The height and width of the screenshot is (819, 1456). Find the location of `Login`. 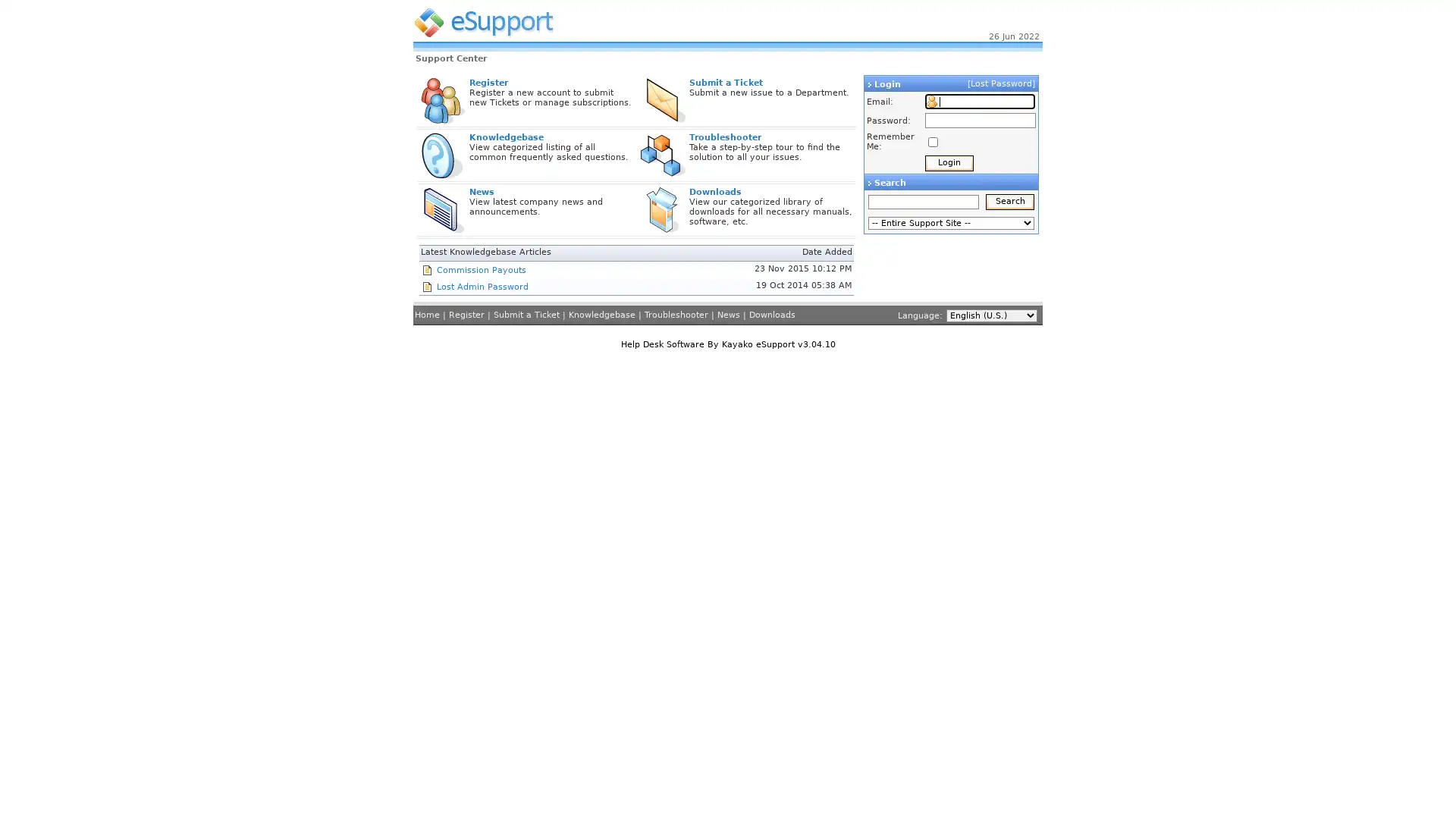

Login is located at coordinates (949, 163).